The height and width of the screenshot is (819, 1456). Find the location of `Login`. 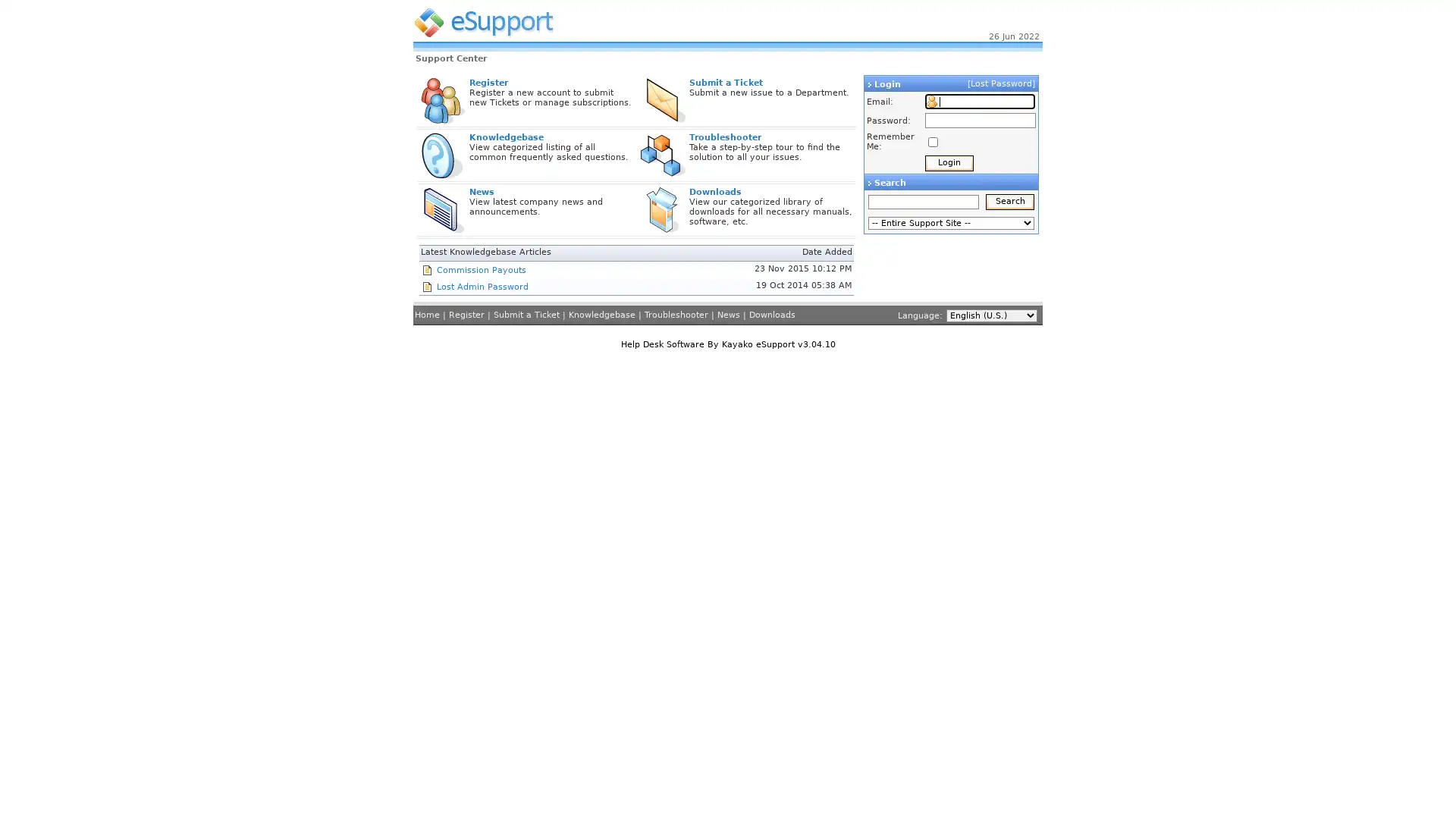

Login is located at coordinates (949, 163).